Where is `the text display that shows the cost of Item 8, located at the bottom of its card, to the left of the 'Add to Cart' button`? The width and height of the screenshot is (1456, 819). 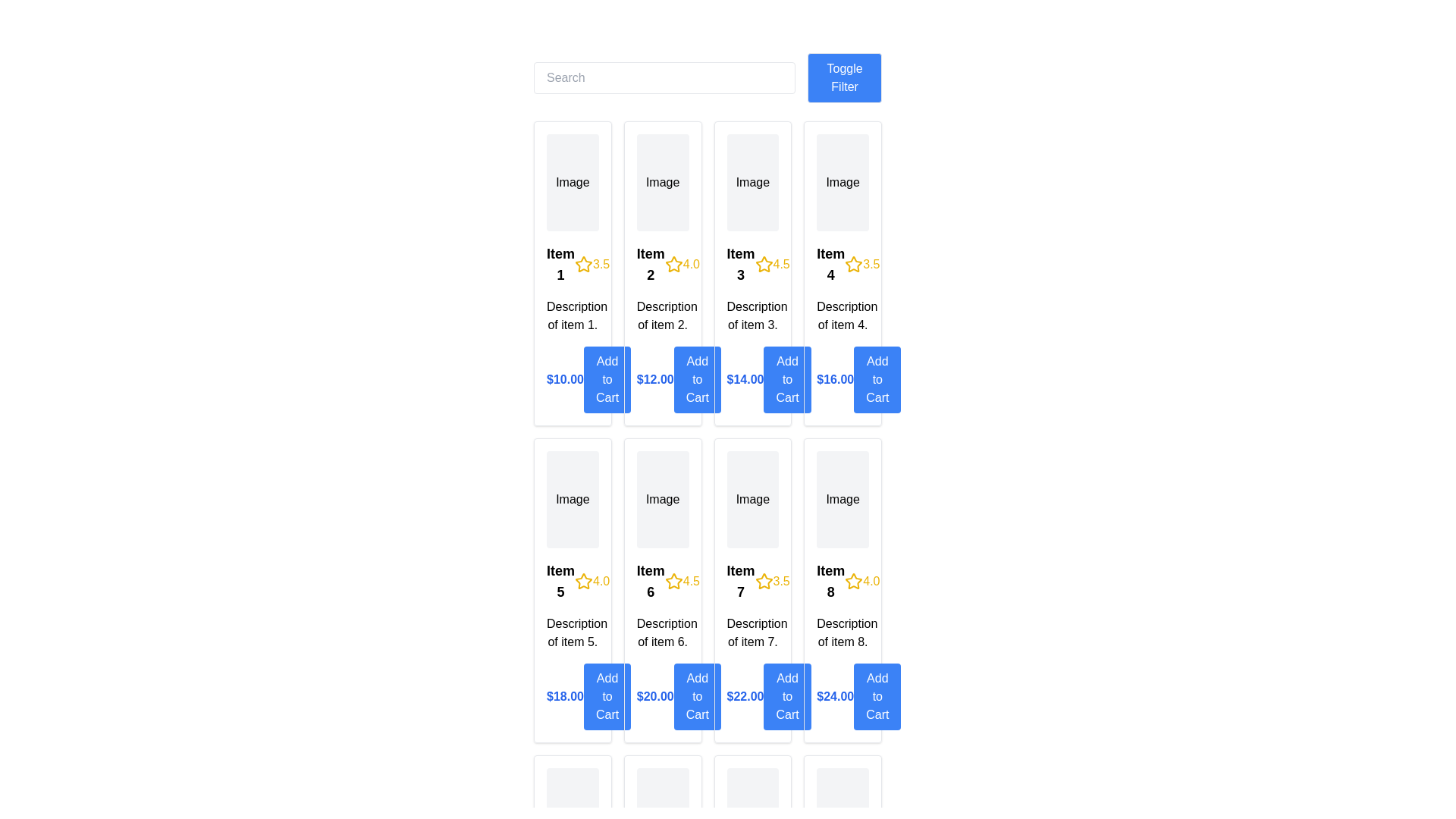
the text display that shows the cost of Item 8, located at the bottom of its card, to the left of the 'Add to Cart' button is located at coordinates (834, 696).